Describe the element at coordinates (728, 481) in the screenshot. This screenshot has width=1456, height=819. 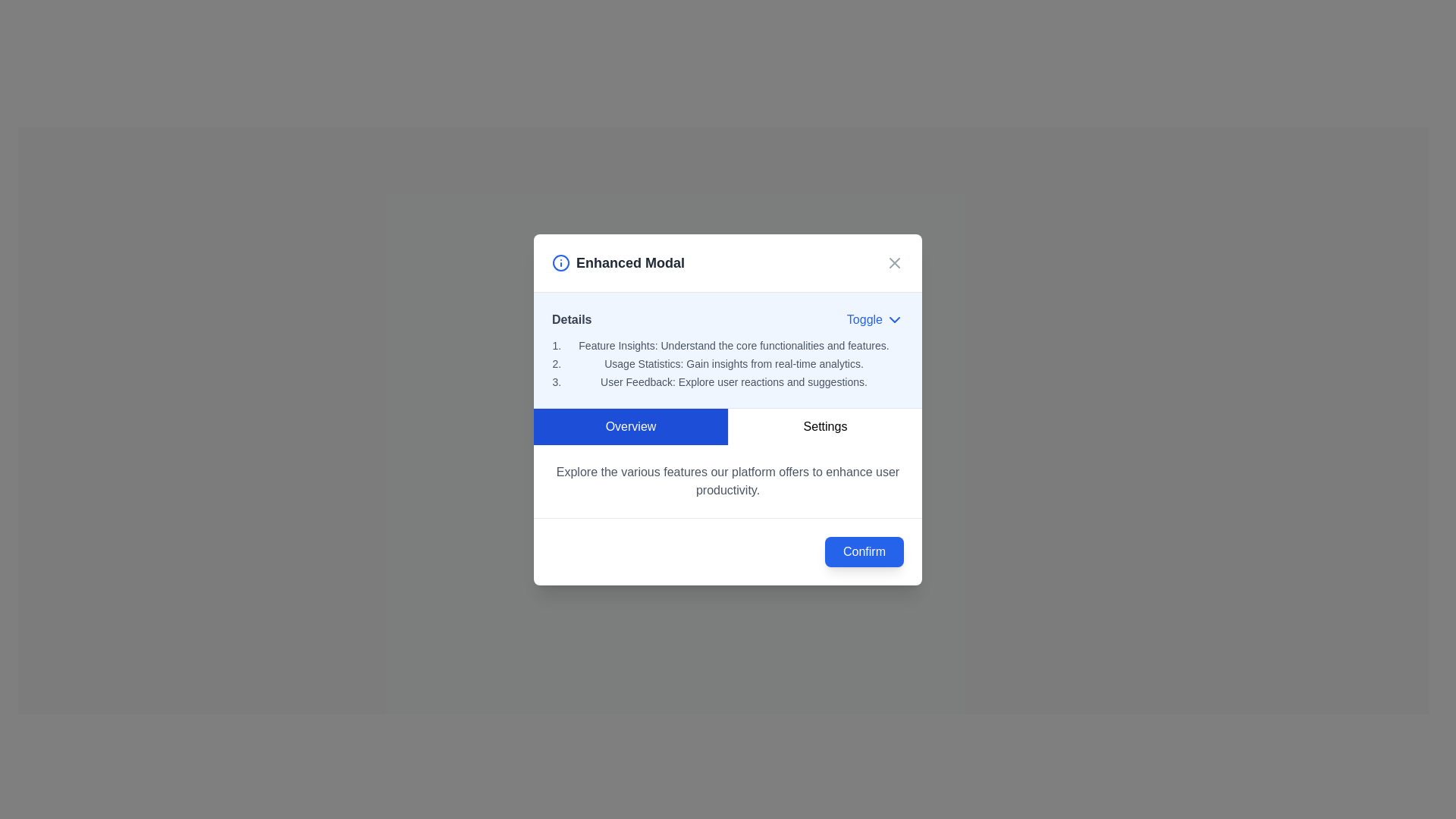
I see `the text element that states 'Explore the various features our platform offers to enhance user productivity.' styled with gray text color located at the bottom of the modal` at that location.